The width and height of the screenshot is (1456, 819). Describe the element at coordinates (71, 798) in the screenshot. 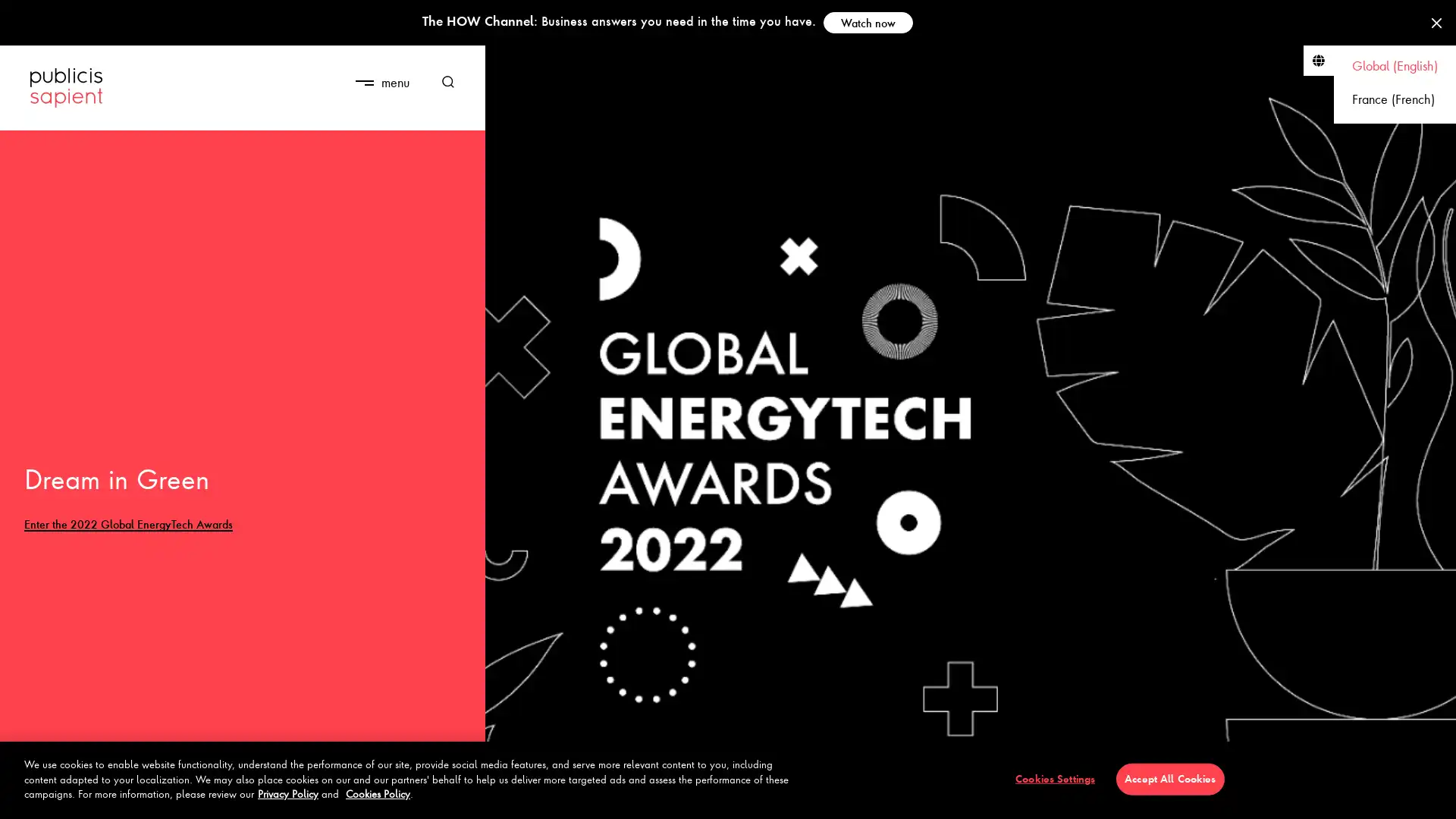

I see `Display Slide 2` at that location.